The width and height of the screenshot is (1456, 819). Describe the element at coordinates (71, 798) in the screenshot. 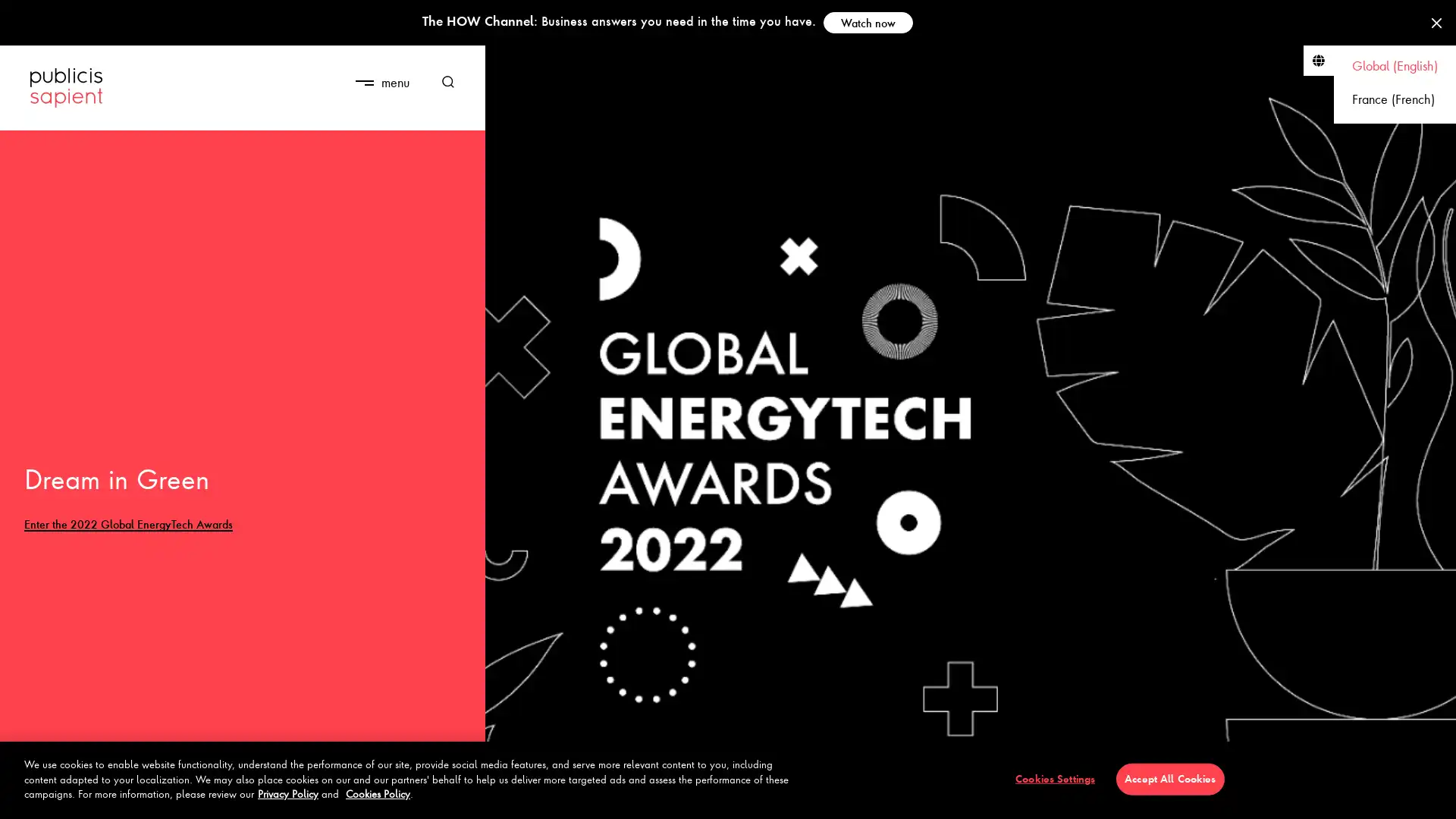

I see `Display Slide 2` at that location.